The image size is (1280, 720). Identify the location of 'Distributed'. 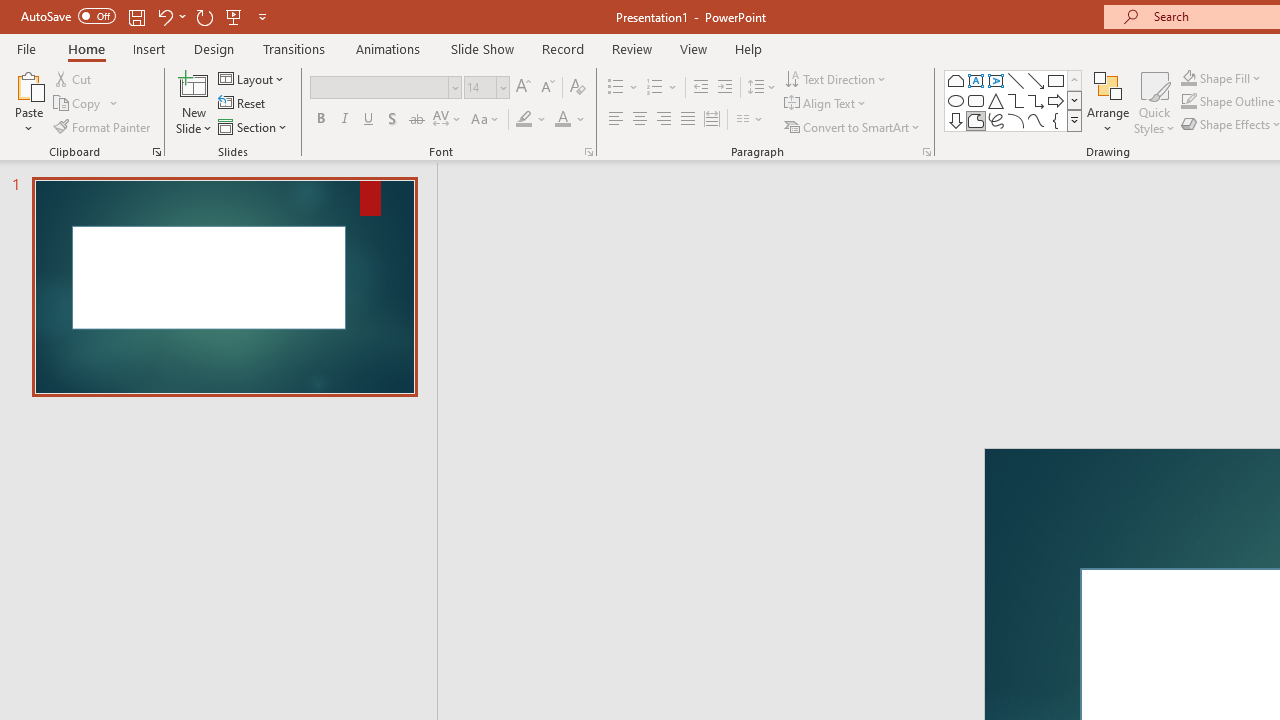
(712, 119).